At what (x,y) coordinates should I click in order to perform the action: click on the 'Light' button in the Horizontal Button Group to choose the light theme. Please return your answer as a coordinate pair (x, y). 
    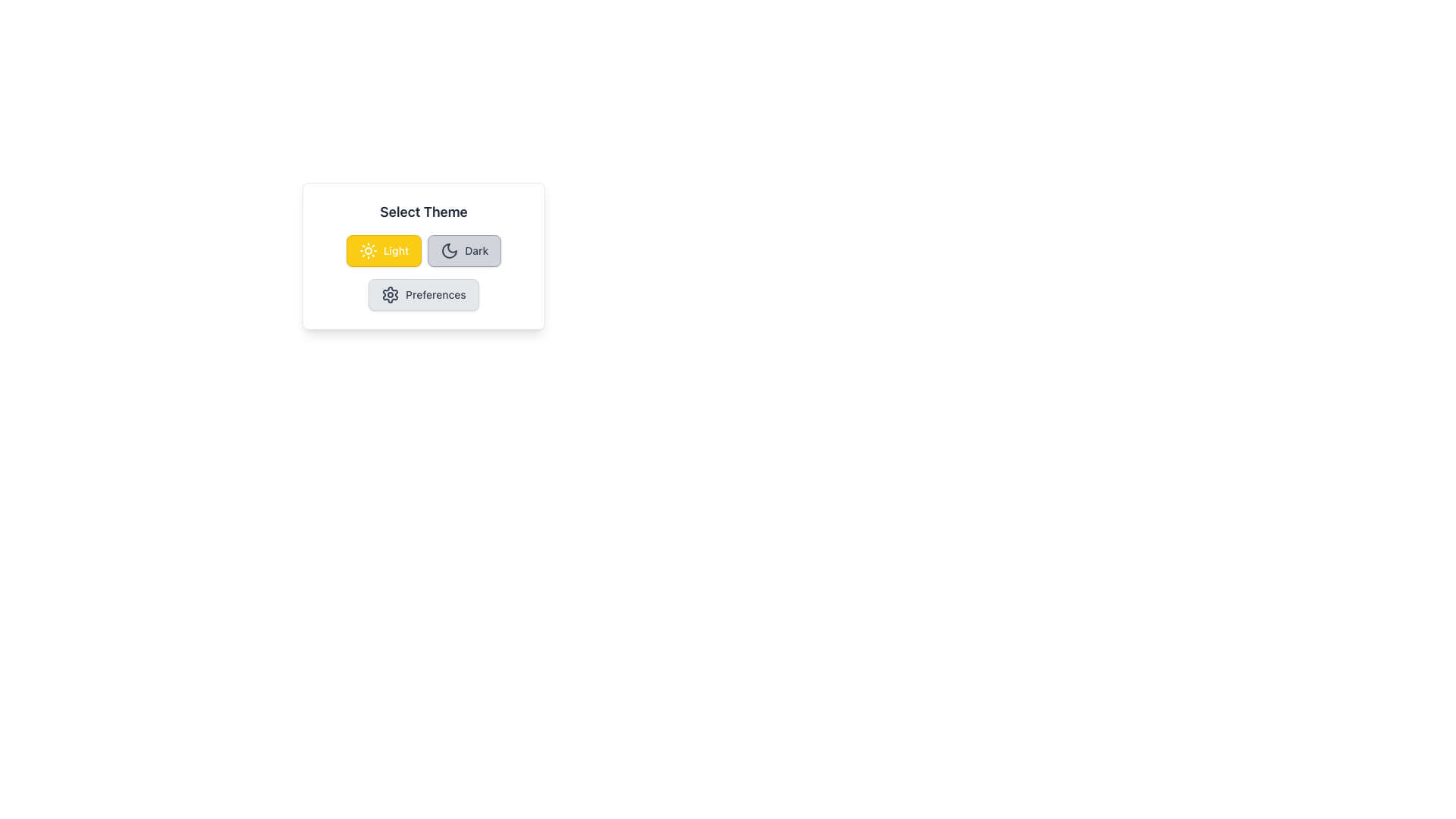
    Looking at the image, I should click on (423, 250).